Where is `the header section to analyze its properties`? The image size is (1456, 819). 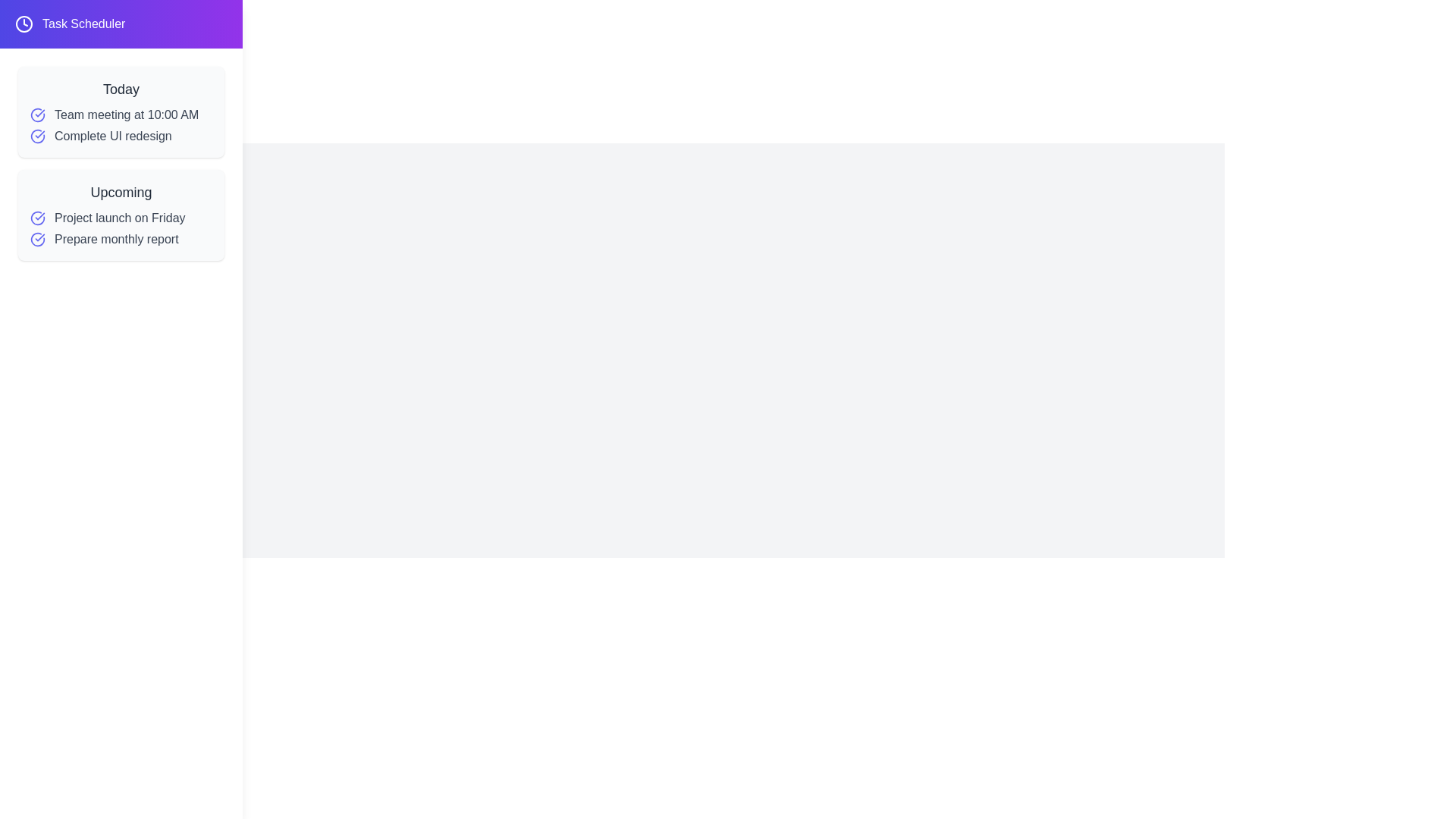
the header section to analyze its properties is located at coordinates (120, 24).